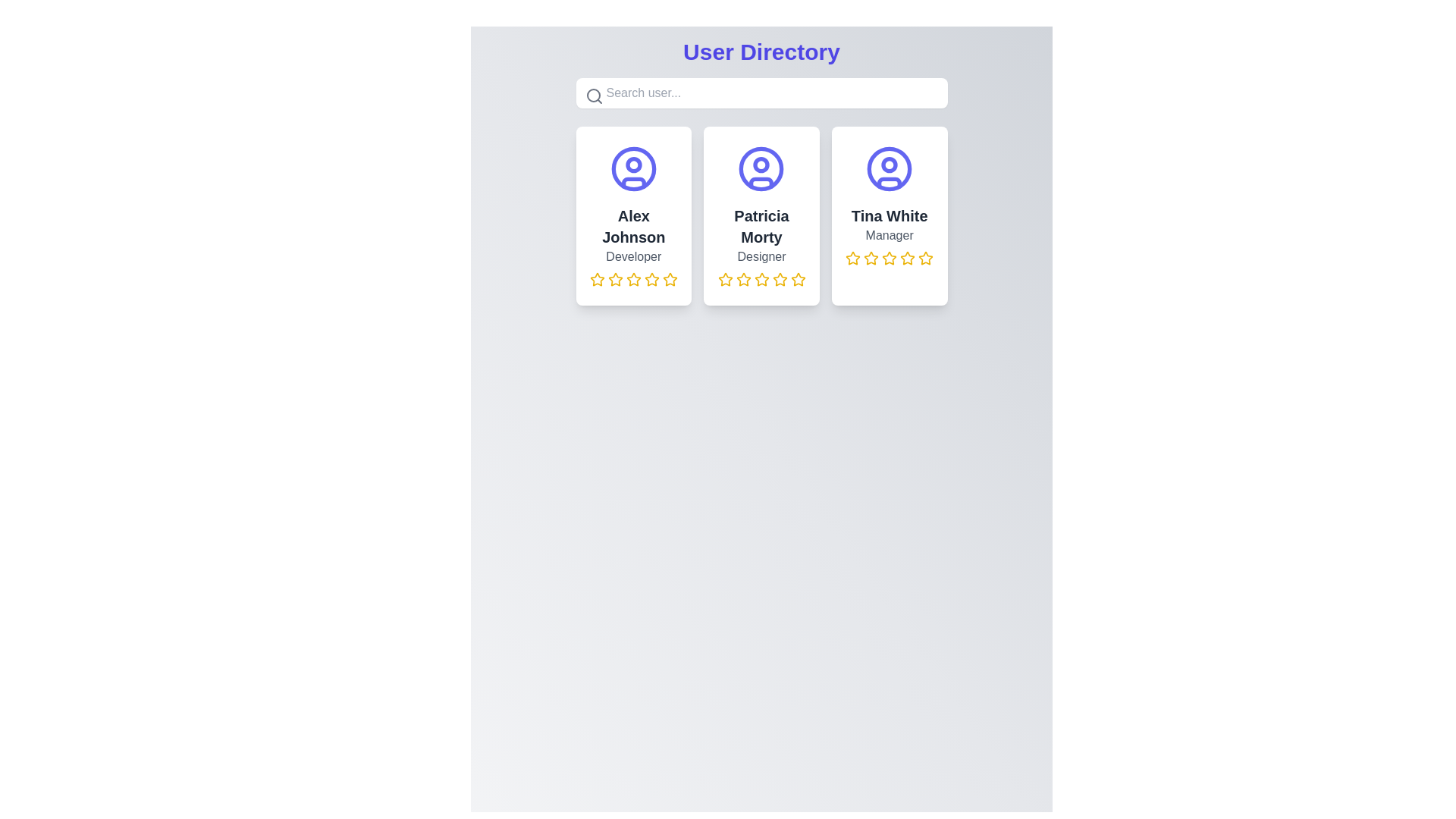  I want to click on the yellow star icon in the interactive rating component located in Tina White's user card to assign a rating, so click(890, 257).